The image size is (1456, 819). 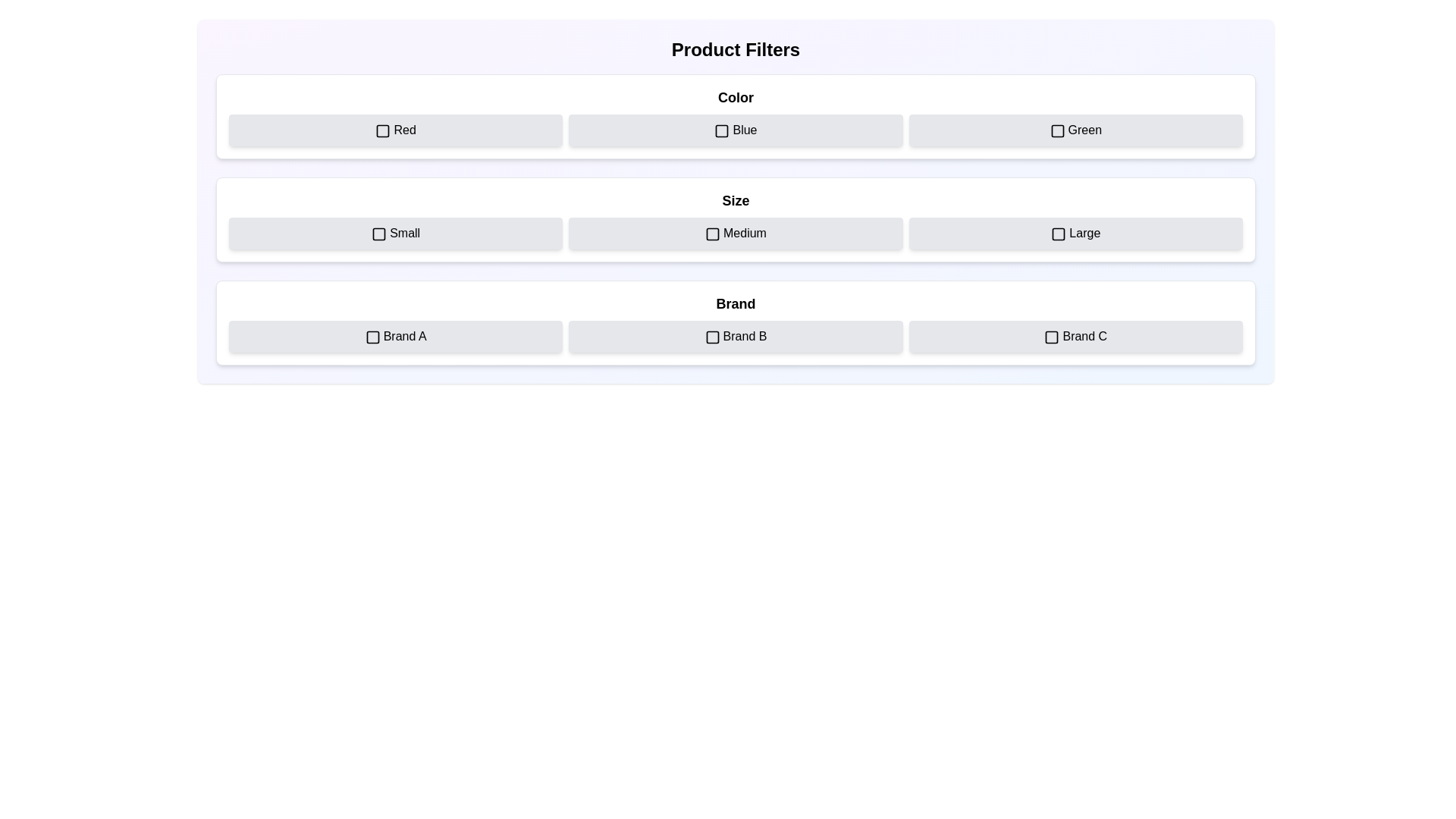 What do you see at coordinates (736, 335) in the screenshot?
I see `the buttons in the Button Group with Labels located in the 'Brand' section, below the 'Size' section` at bounding box center [736, 335].